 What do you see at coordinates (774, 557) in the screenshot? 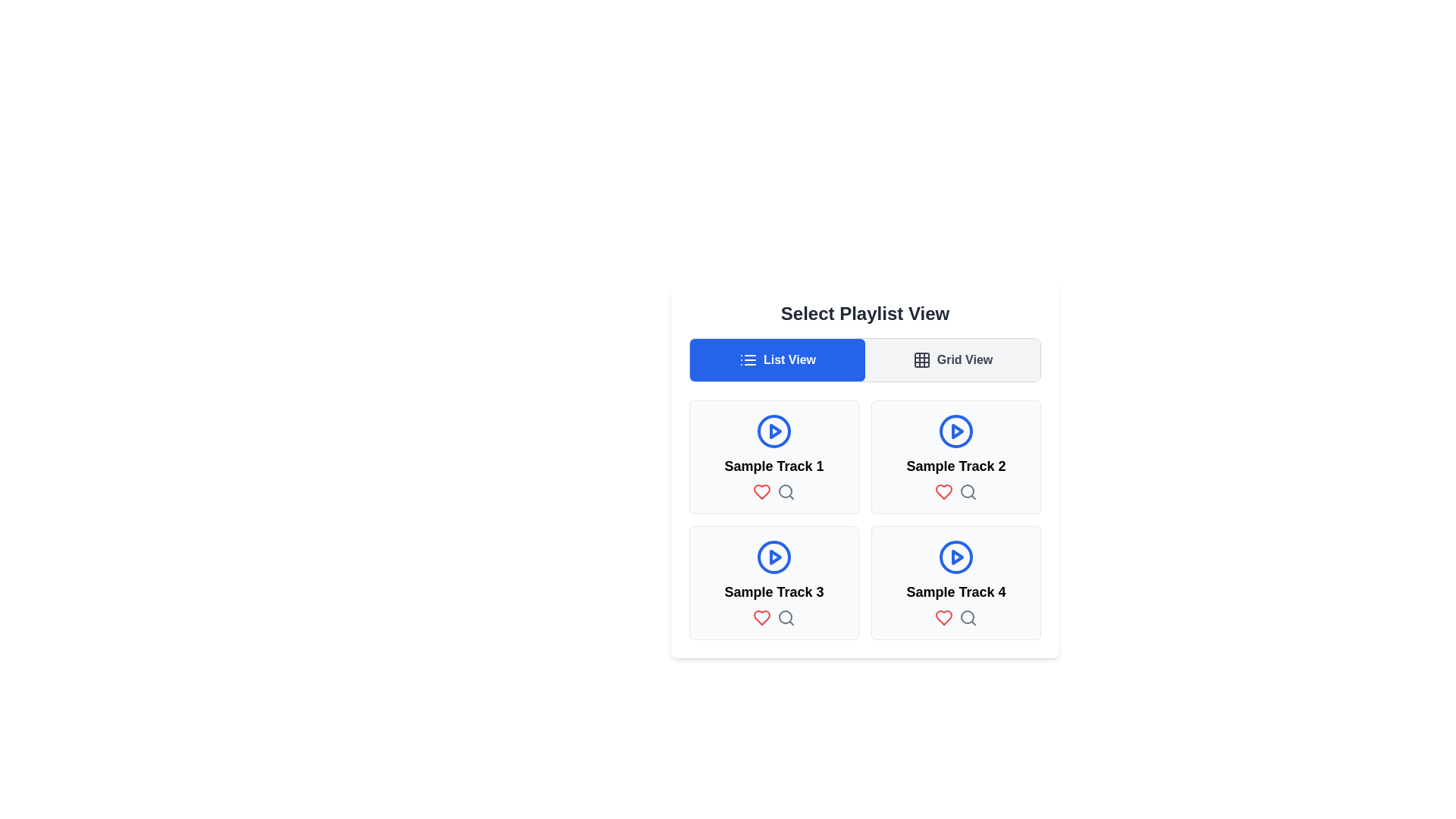
I see `the blue circular play button icon located at the upper center of the 'Sample Track 3' card` at bounding box center [774, 557].